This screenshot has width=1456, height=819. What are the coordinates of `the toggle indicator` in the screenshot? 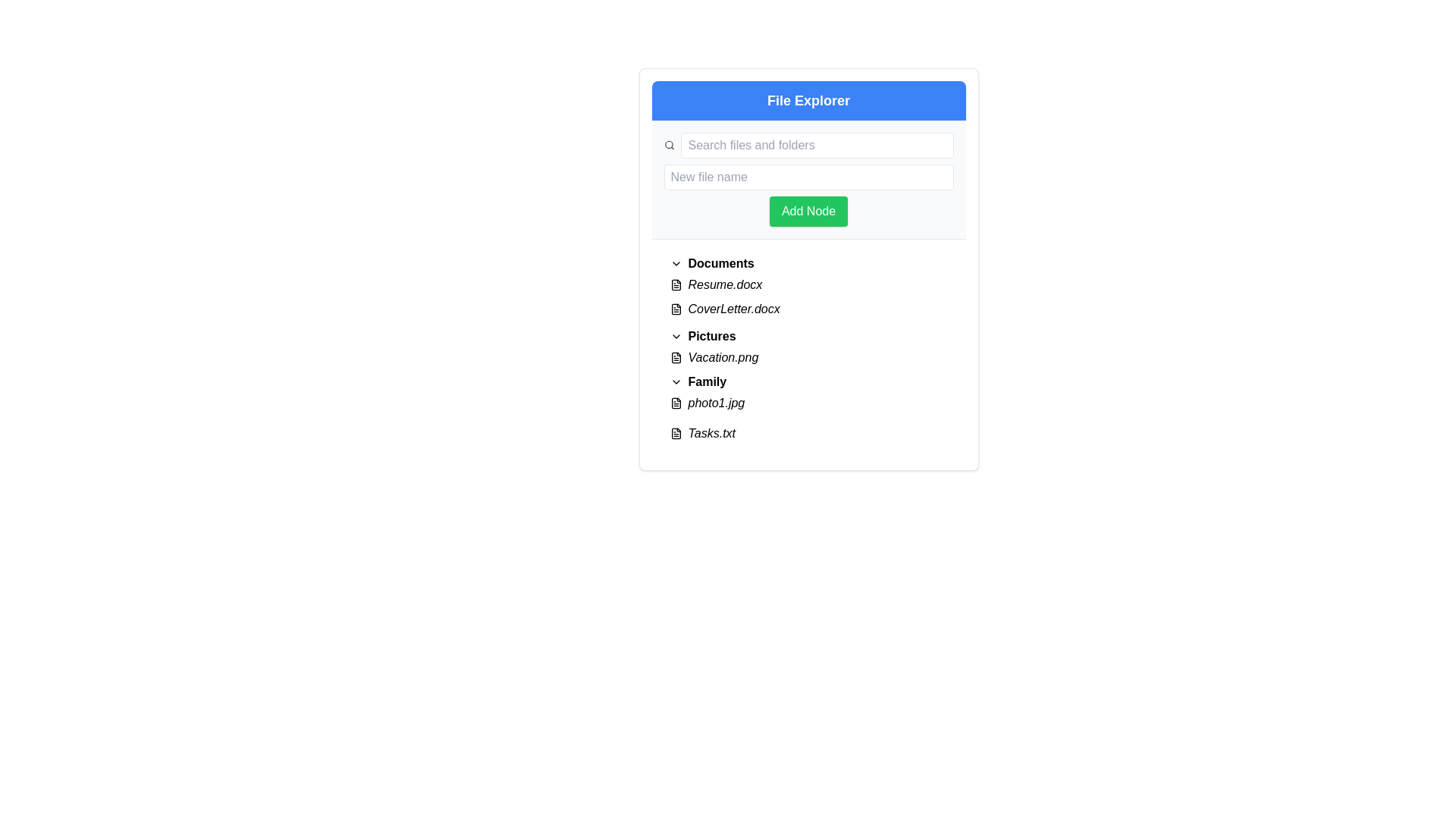 It's located at (675, 262).